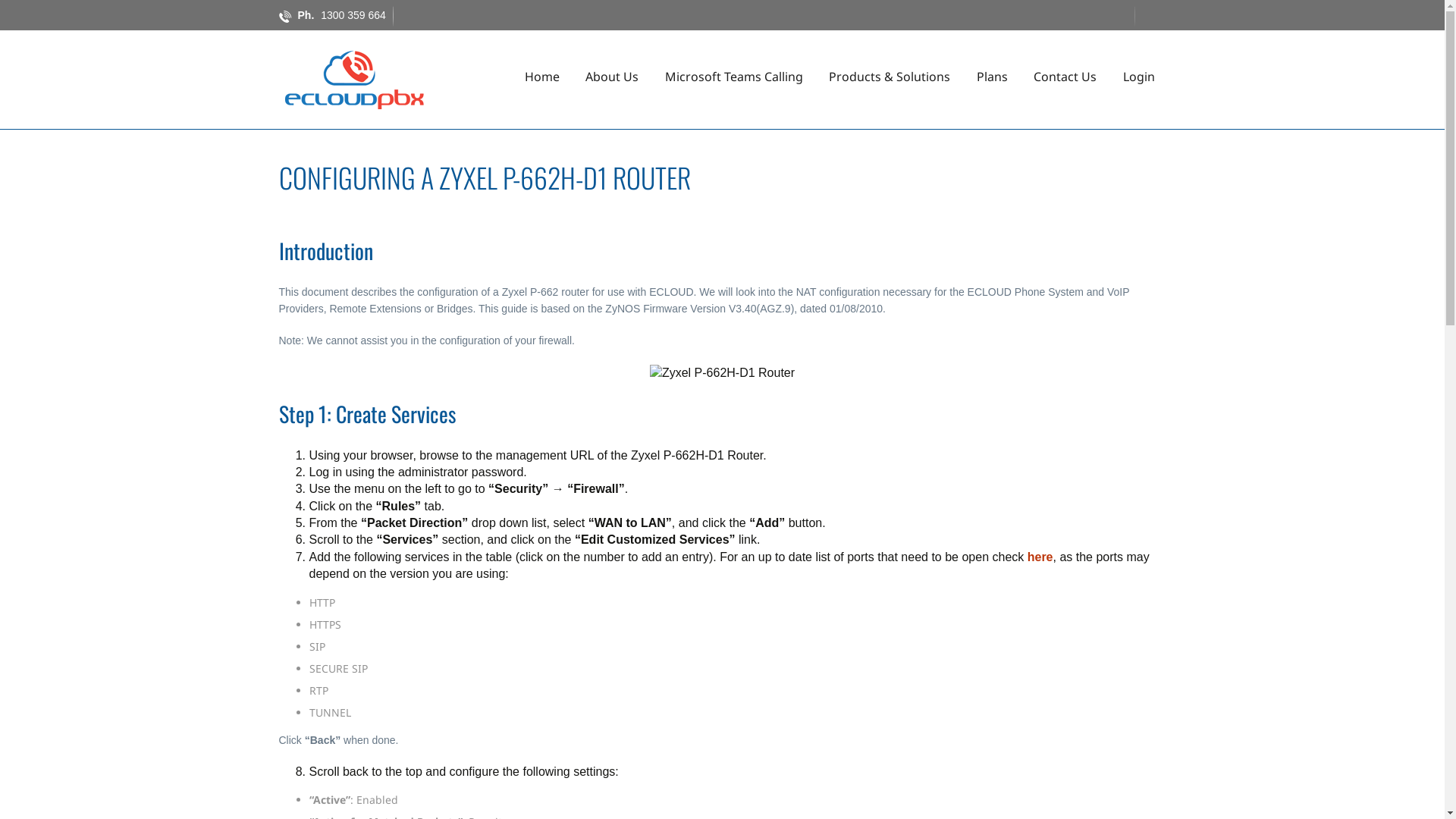 The width and height of the screenshot is (1456, 819). I want to click on 'Zyxel P-662H-D1 Router', so click(650, 373).